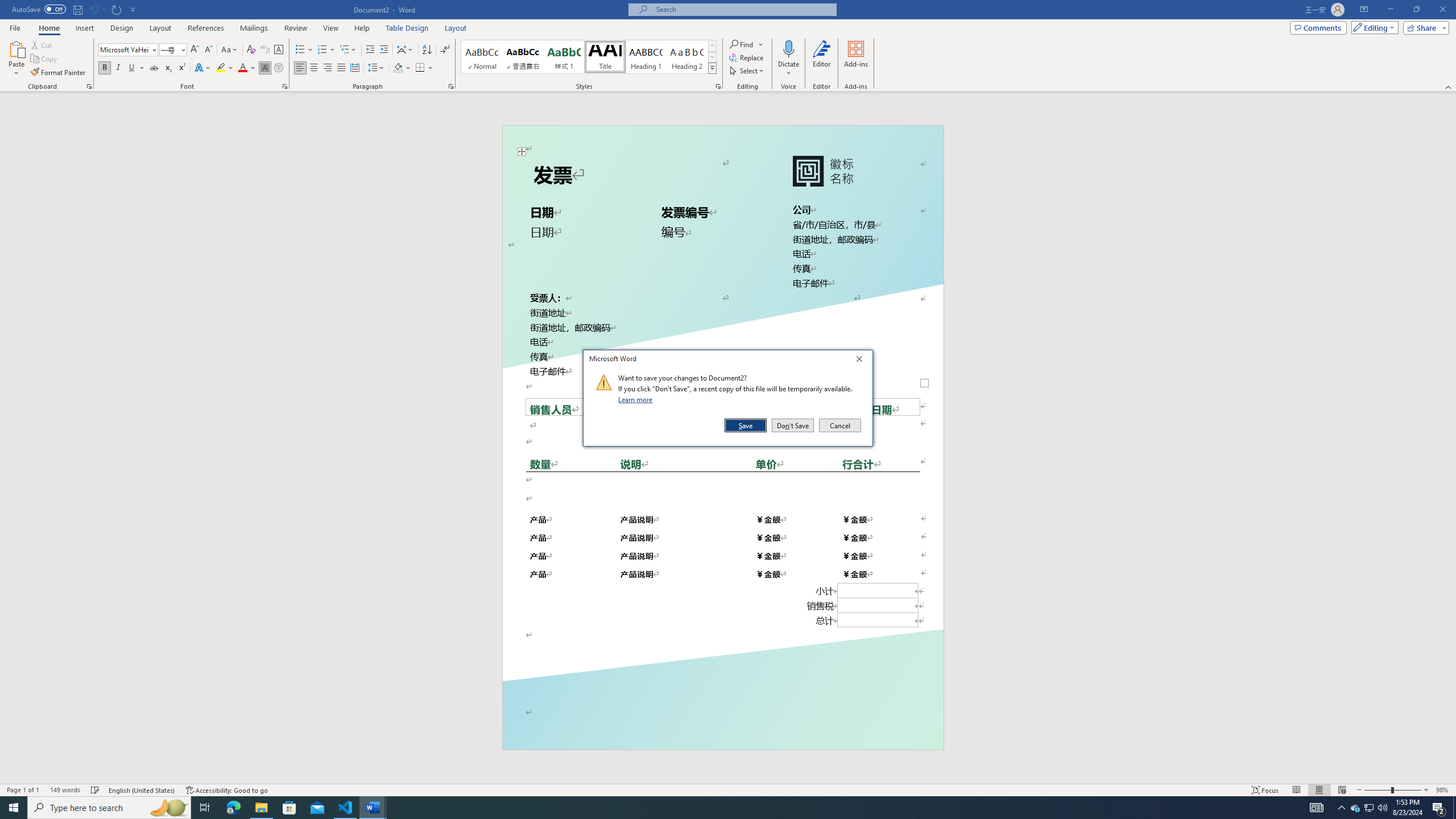  I want to click on 'File Explorer - 1 running window', so click(260, 806).